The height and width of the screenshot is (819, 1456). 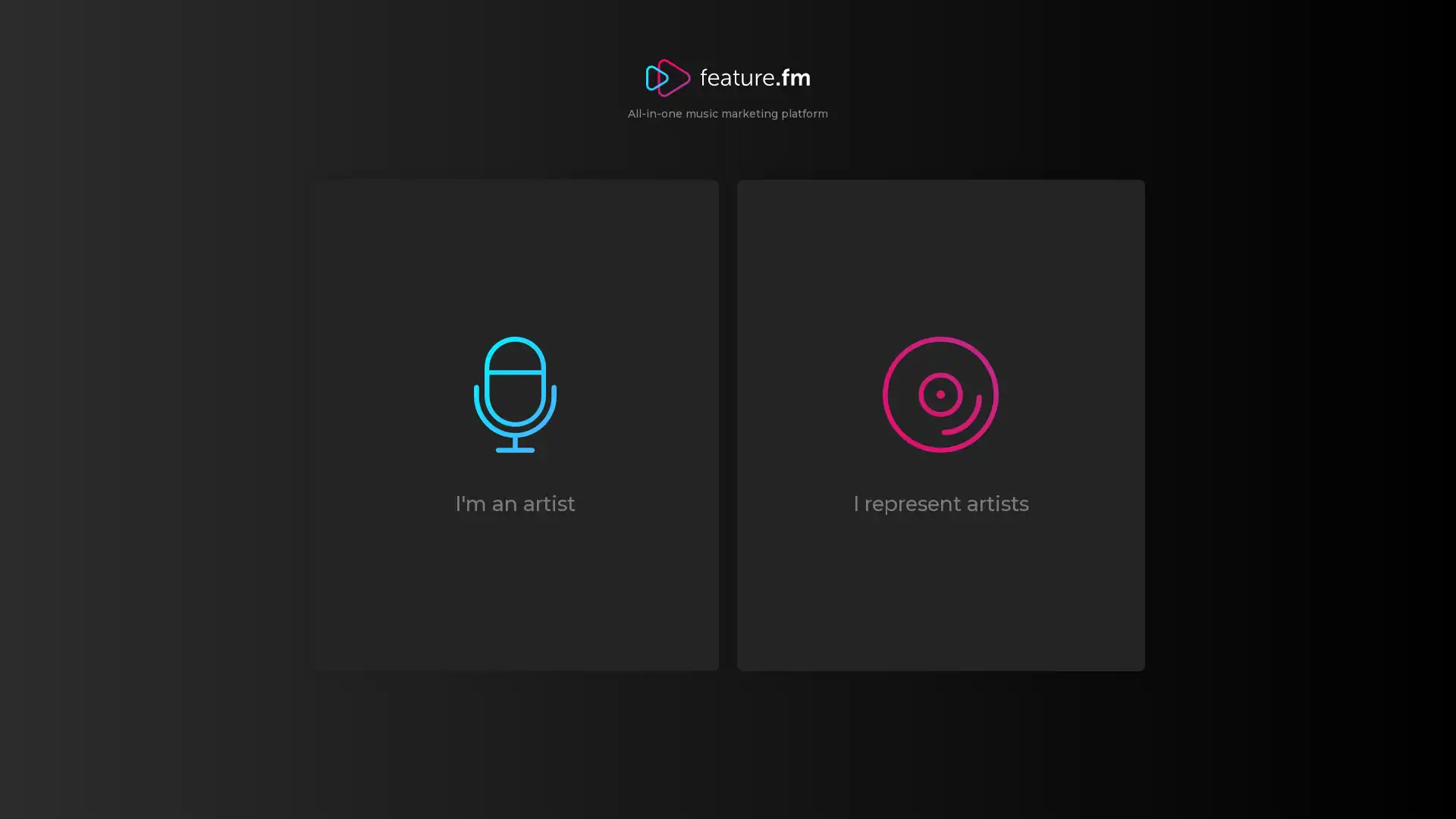 What do you see at coordinates (940, 425) in the screenshot?
I see `I represent artists` at bounding box center [940, 425].